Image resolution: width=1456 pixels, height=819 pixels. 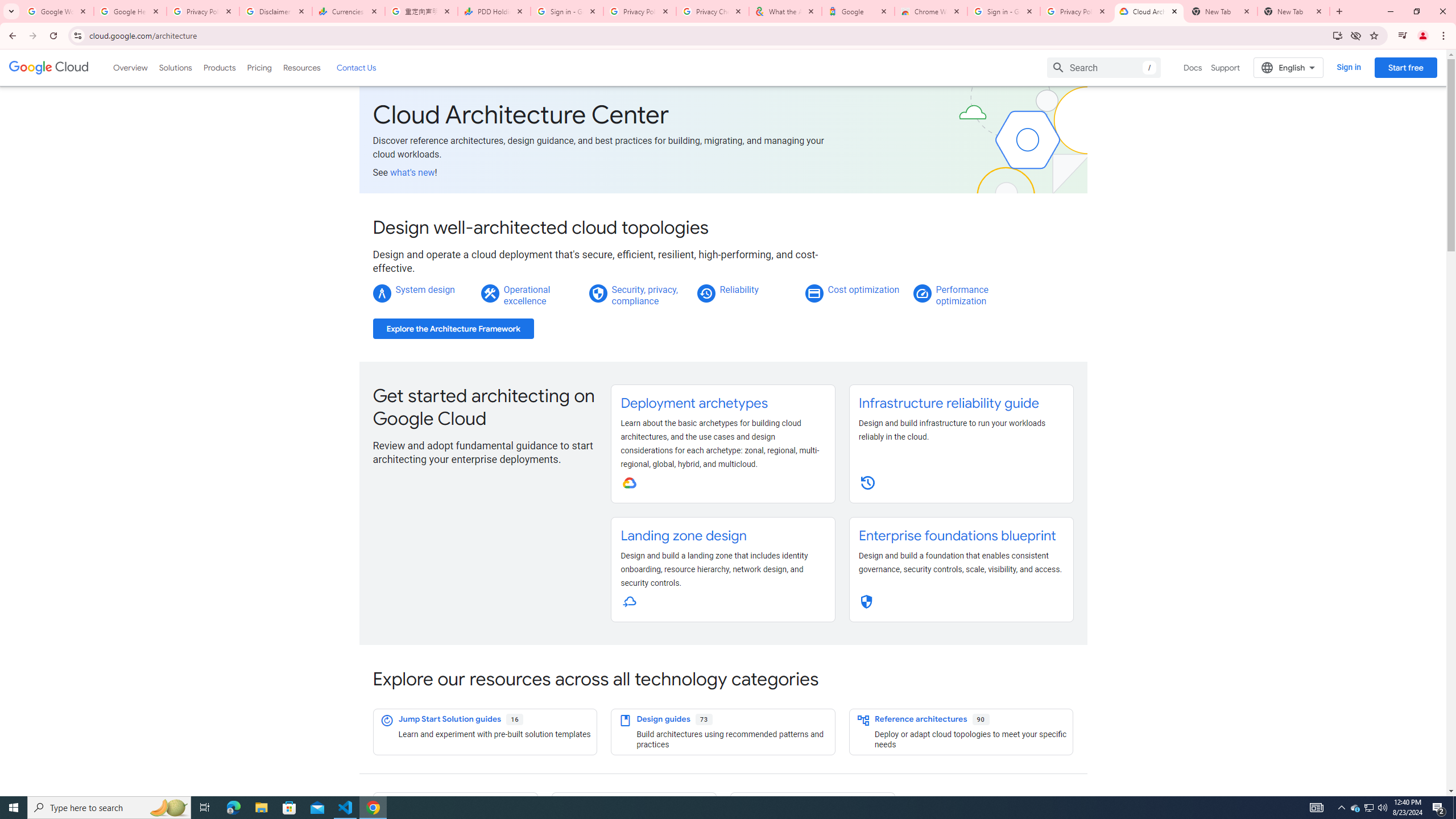 What do you see at coordinates (948, 403) in the screenshot?
I see `'Infrastructure reliability guide'` at bounding box center [948, 403].